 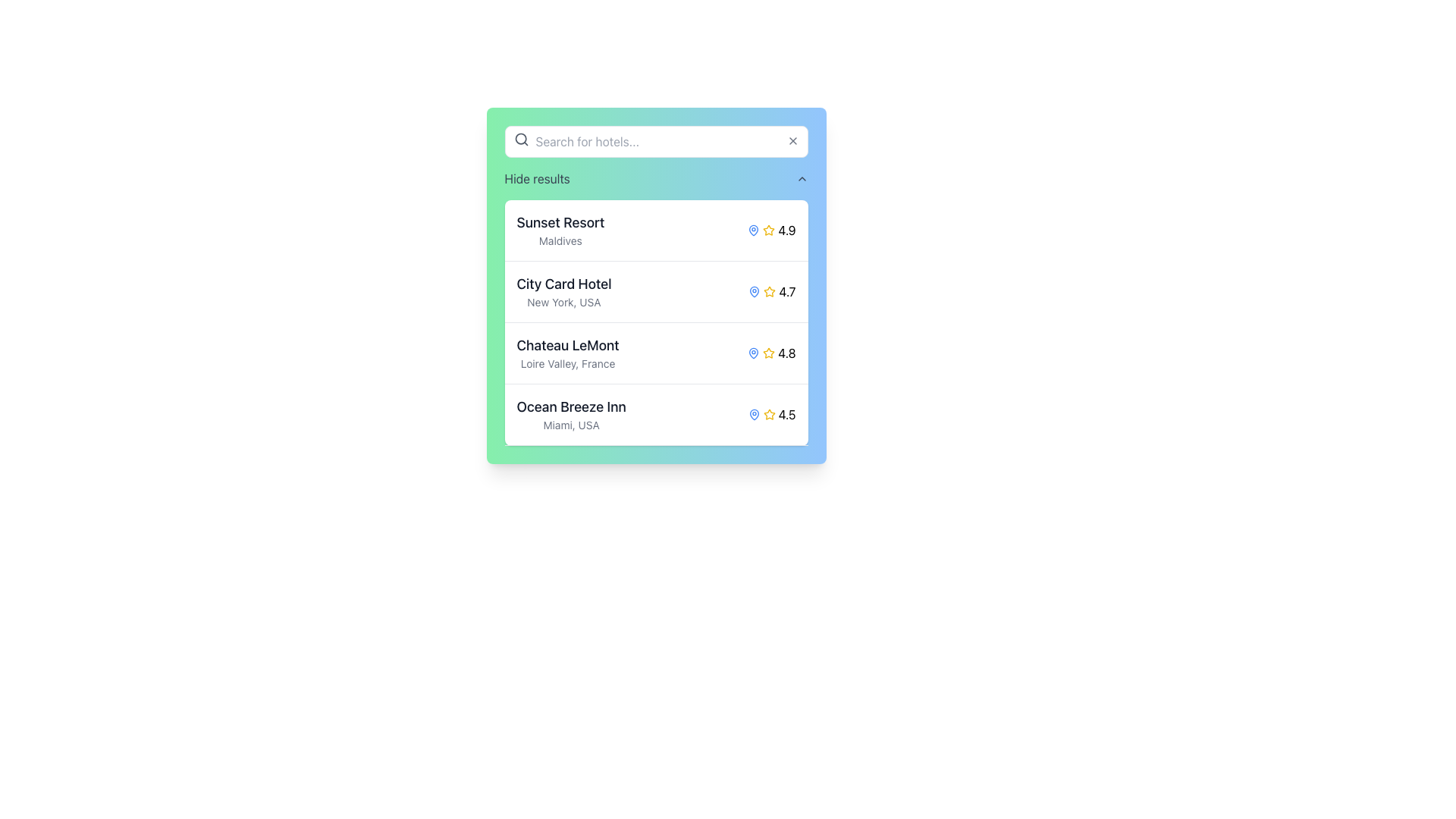 What do you see at coordinates (563, 302) in the screenshot?
I see `the text label displaying 'New York, USA', which is styled in a smaller font size and lighter gray color, located directly beneath 'City Card Hotel'` at bounding box center [563, 302].